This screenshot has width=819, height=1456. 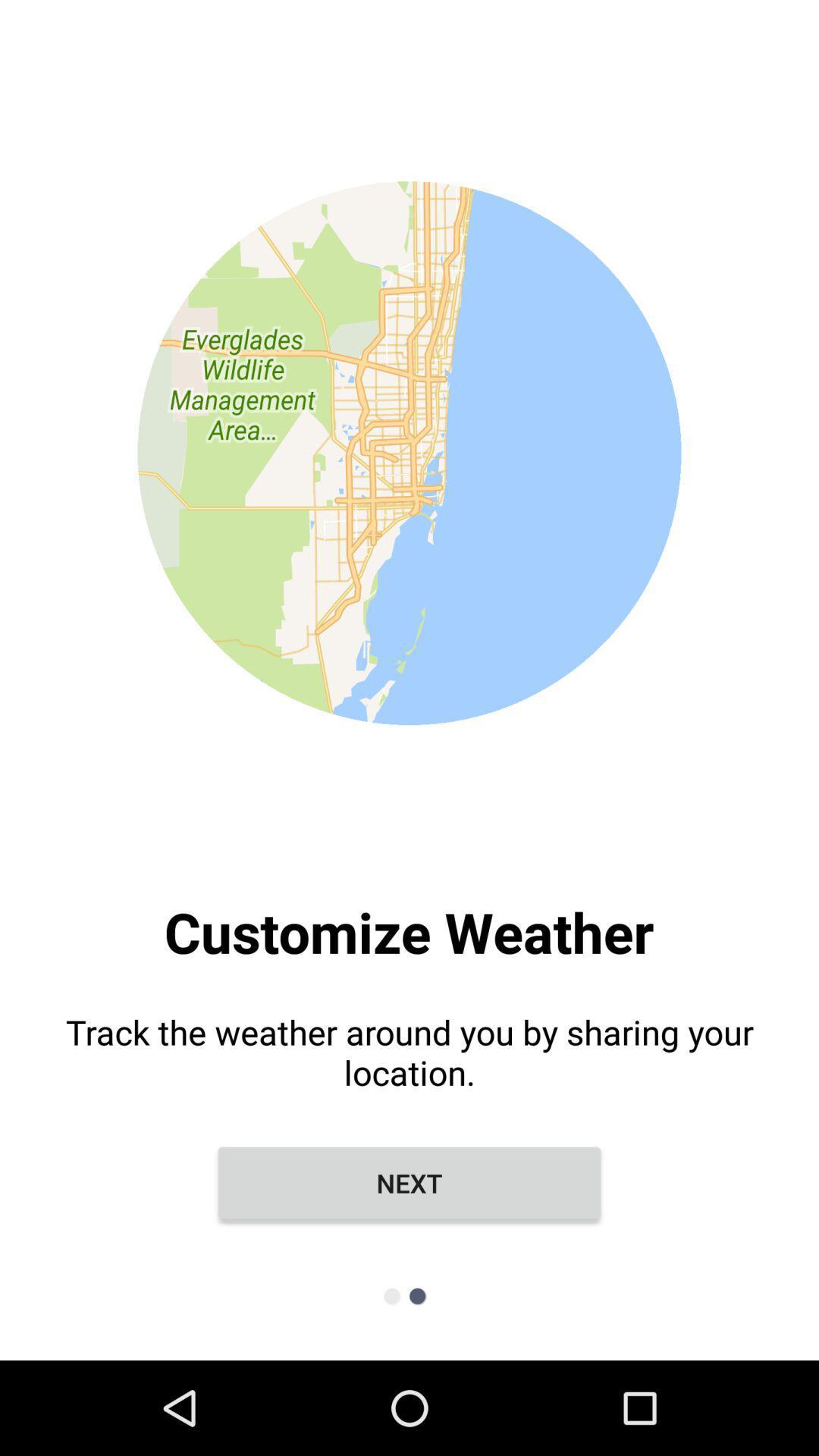 I want to click on icon below the track the weather, so click(x=409, y=1182).